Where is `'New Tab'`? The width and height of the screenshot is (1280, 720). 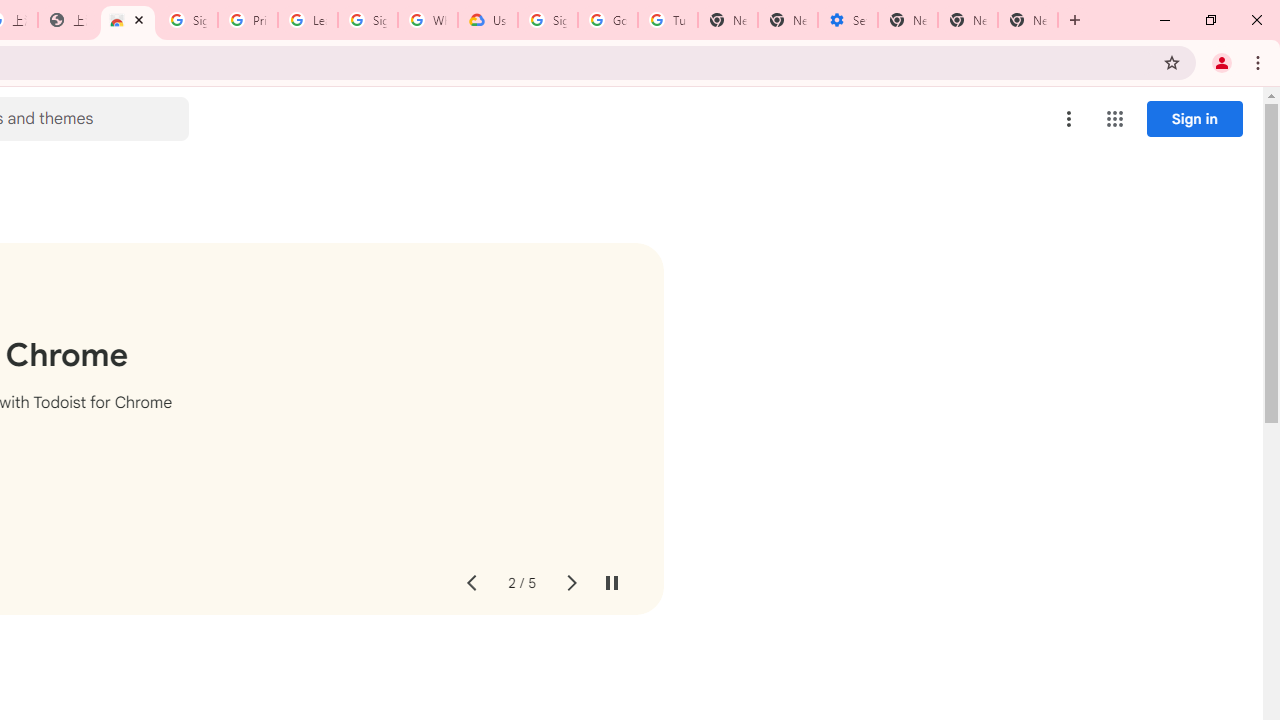
'New Tab' is located at coordinates (1028, 20).